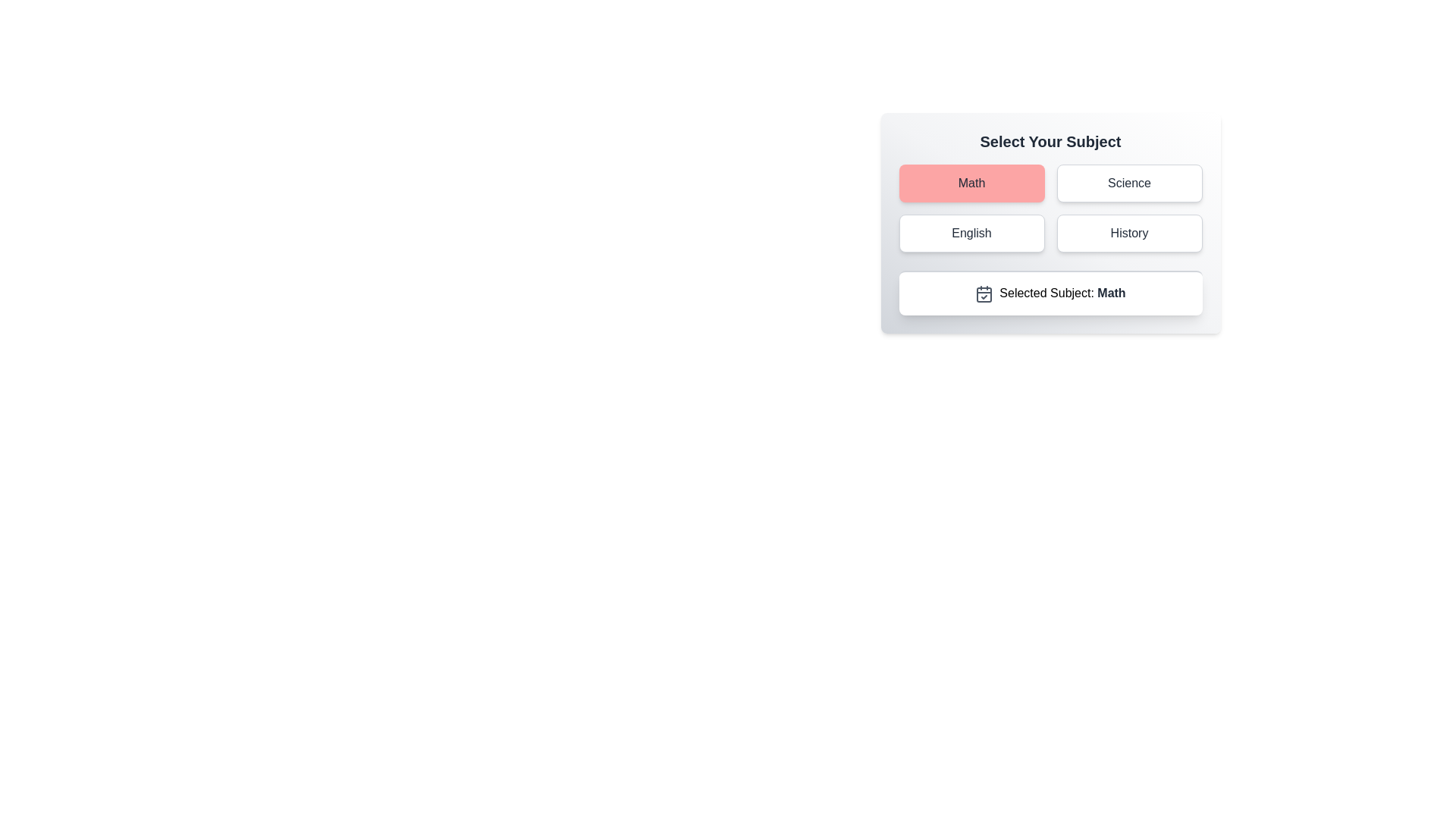 The width and height of the screenshot is (1456, 819). What do you see at coordinates (984, 293) in the screenshot?
I see `the calendar icon with a checkmark located to the left of the text 'Selected Subject: Math'` at bounding box center [984, 293].